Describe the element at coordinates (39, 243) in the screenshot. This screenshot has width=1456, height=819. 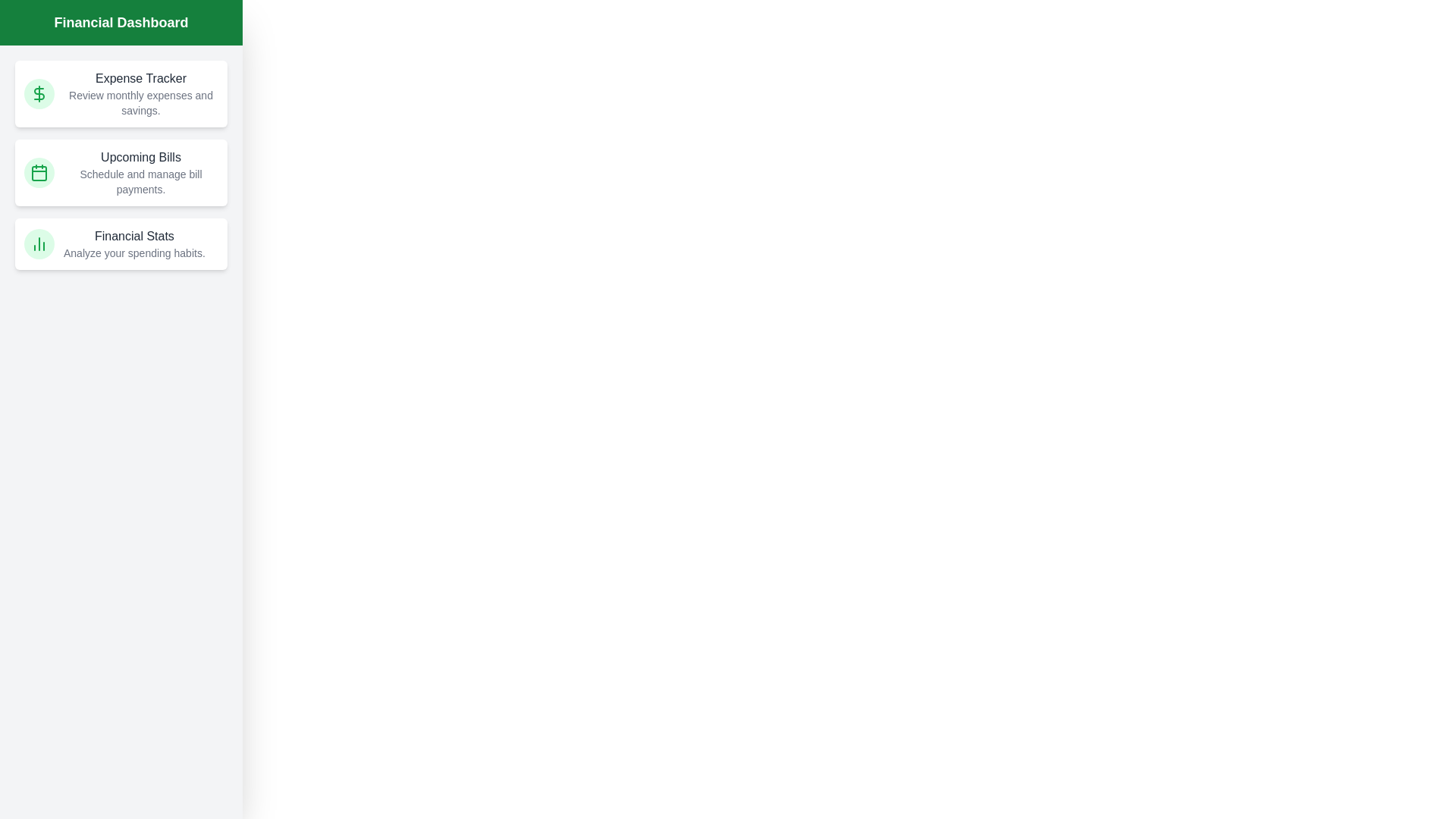
I see `the icon next to the Financial Stats item` at that location.